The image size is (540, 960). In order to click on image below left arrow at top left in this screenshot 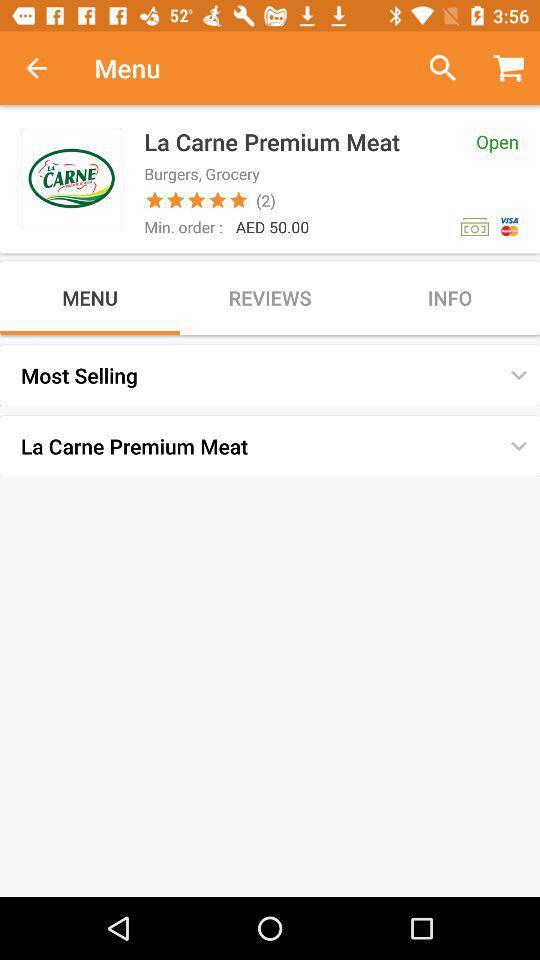, I will do `click(70, 178)`.